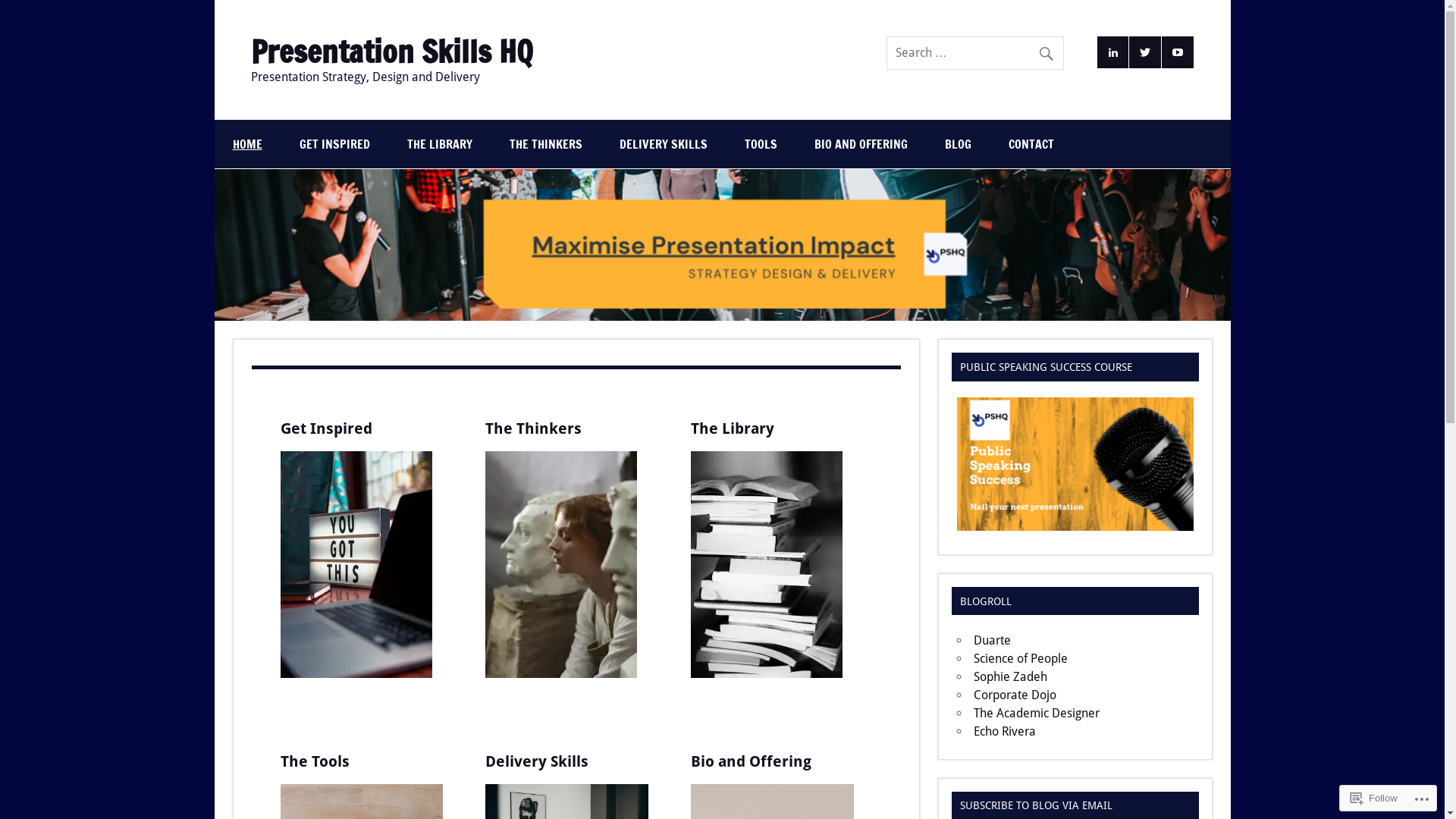 This screenshot has width=1456, height=819. What do you see at coordinates (1004, 730) in the screenshot?
I see `'Echo Rivera'` at bounding box center [1004, 730].